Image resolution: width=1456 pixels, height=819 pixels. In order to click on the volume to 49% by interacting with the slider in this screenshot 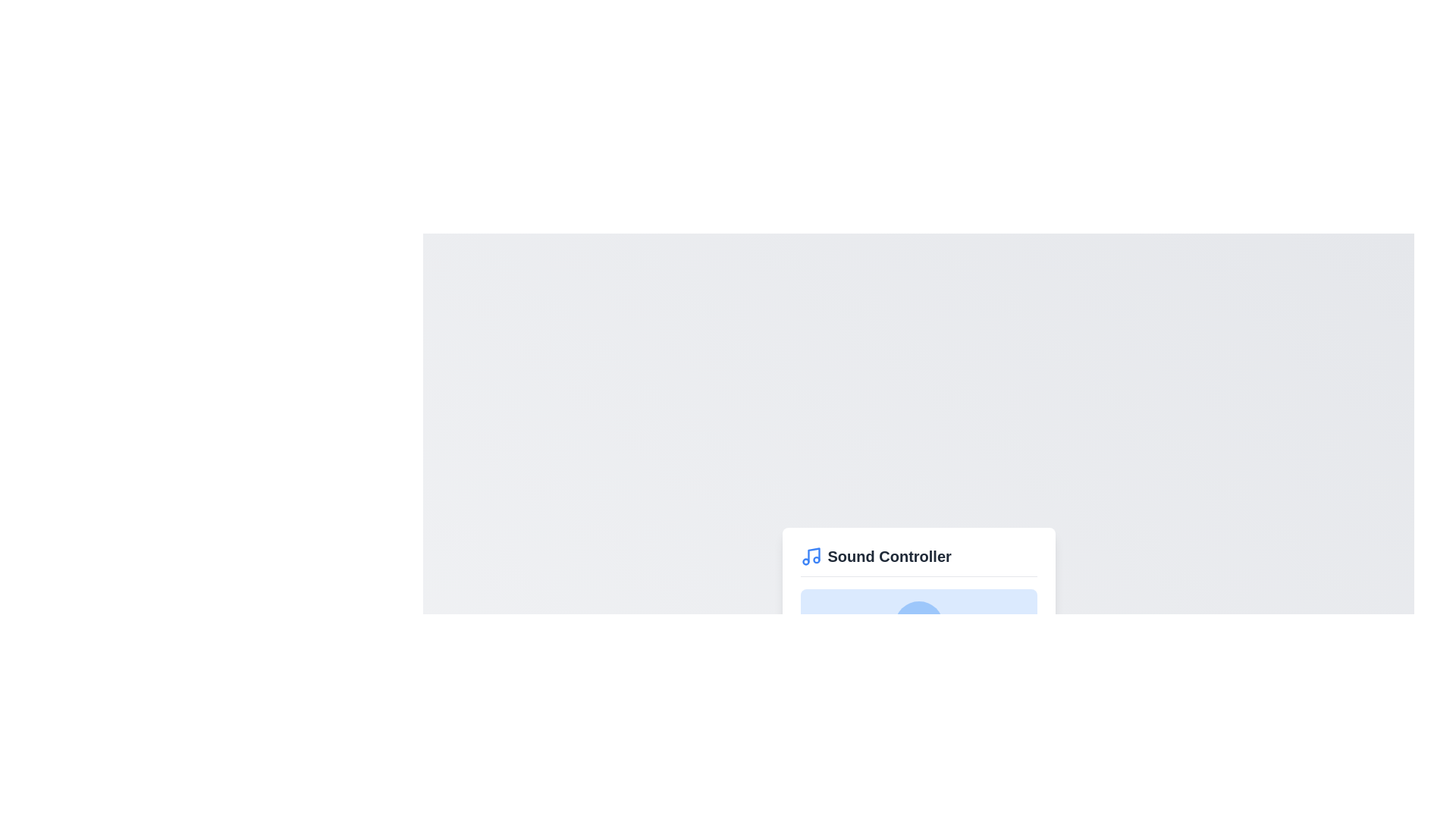, I will do `click(915, 679)`.